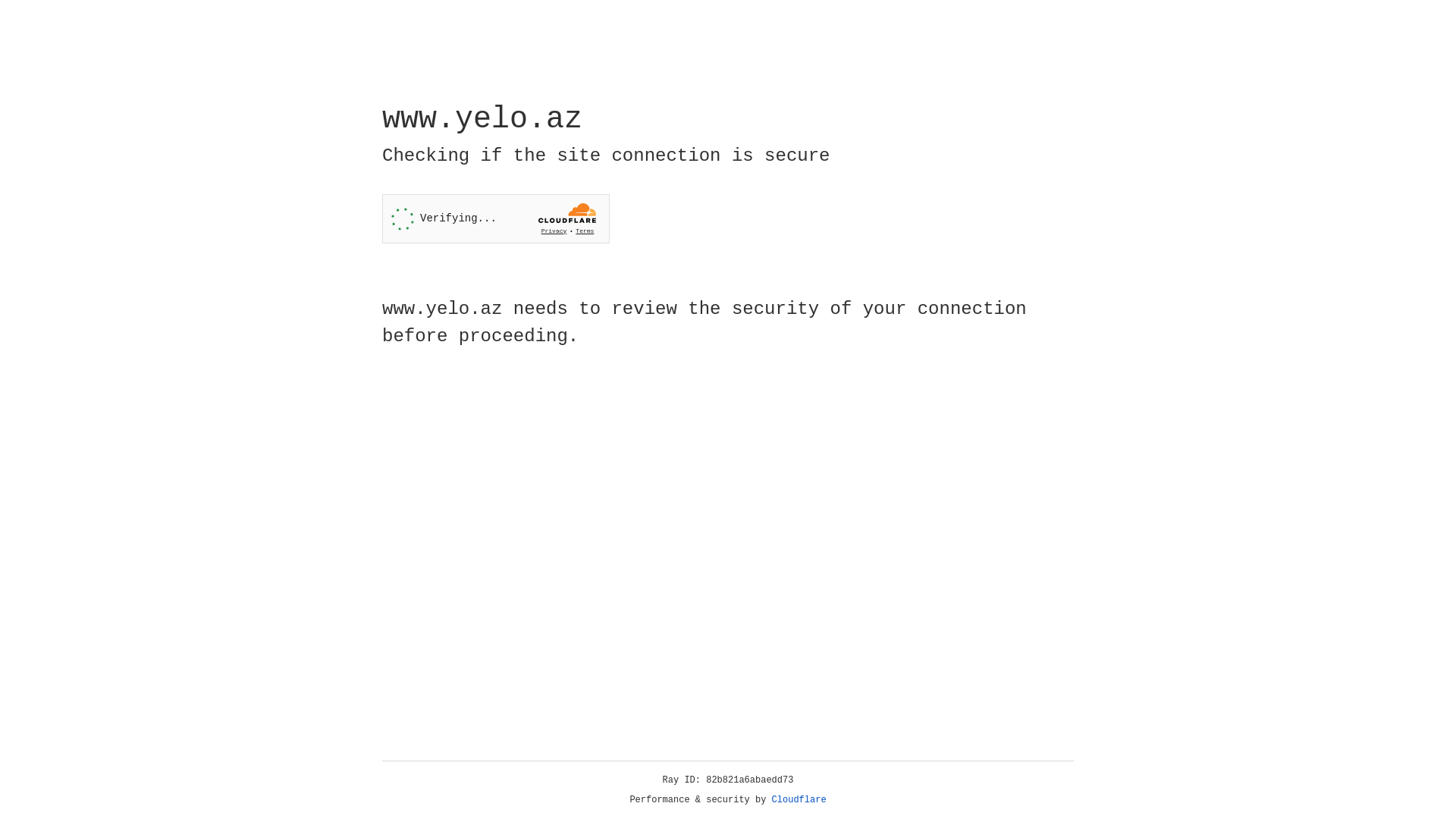 This screenshot has width=1456, height=819. I want to click on 'Widget containing a Cloudflare security challenge', so click(495, 218).